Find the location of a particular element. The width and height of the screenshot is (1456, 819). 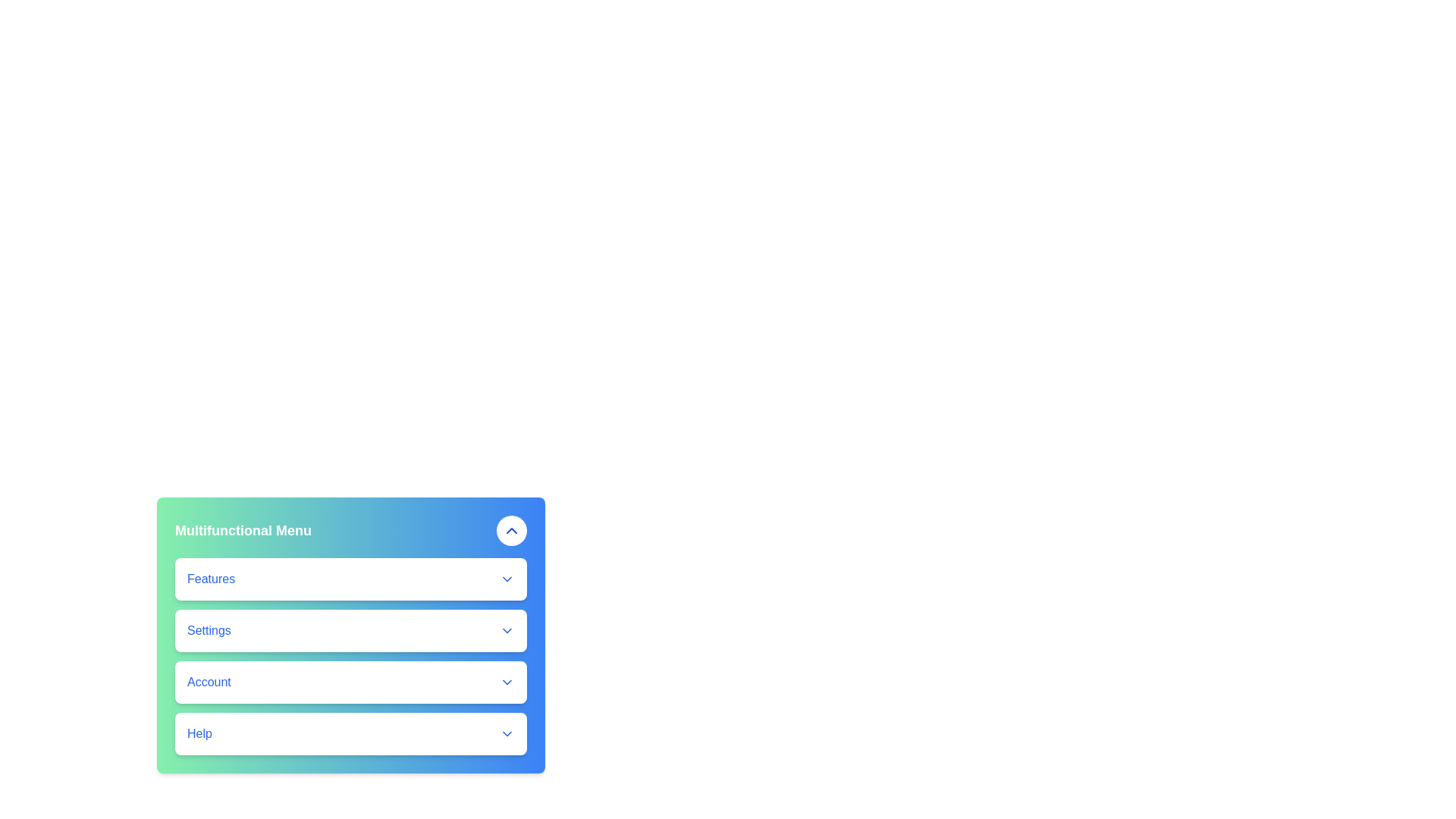

the 'Help' text label in blue font, located at the bottom of the menu list, directly under the 'Account' option is located at coordinates (199, 733).